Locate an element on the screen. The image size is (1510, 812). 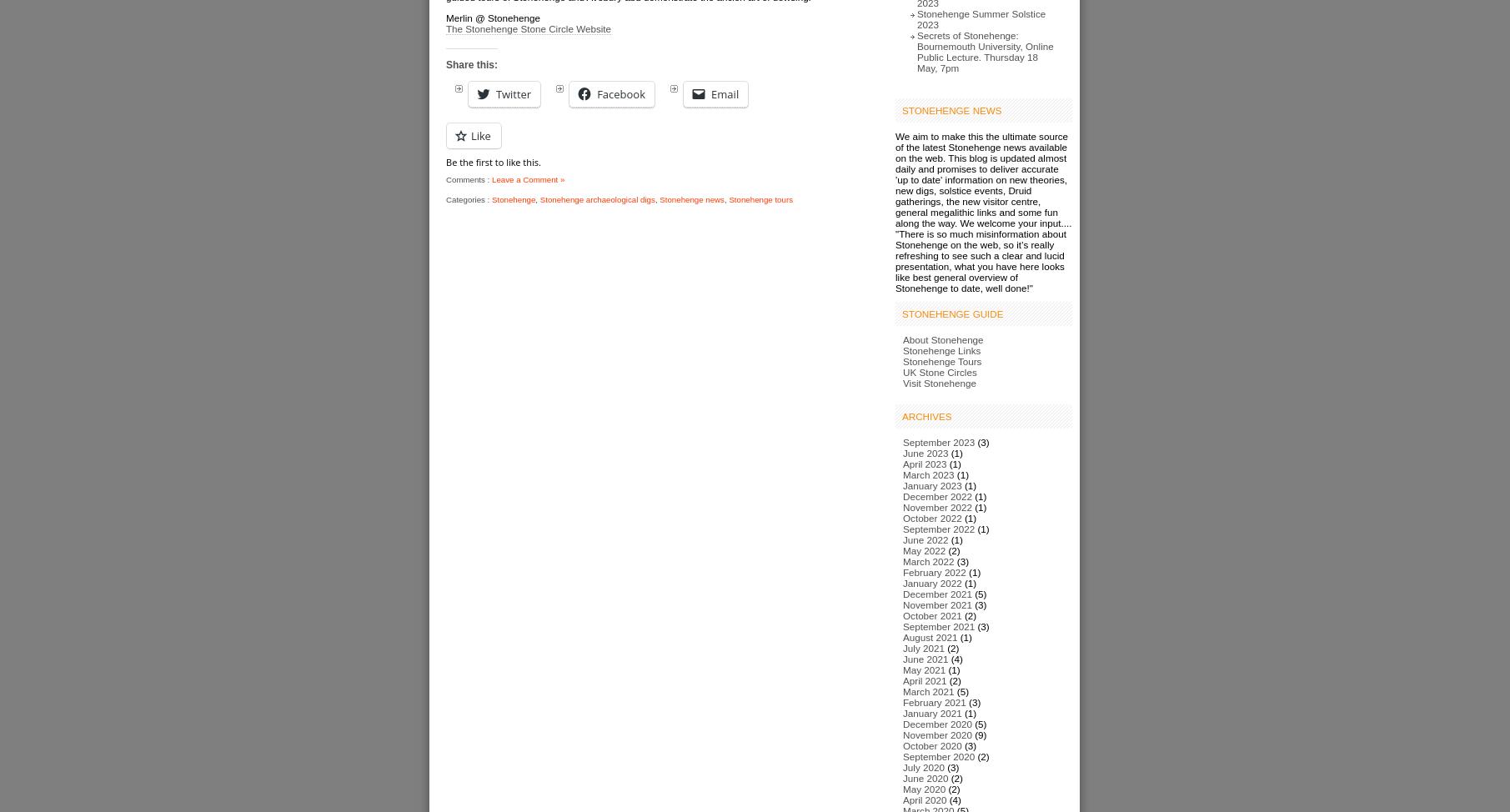
'Comments :' is located at coordinates (468, 179).